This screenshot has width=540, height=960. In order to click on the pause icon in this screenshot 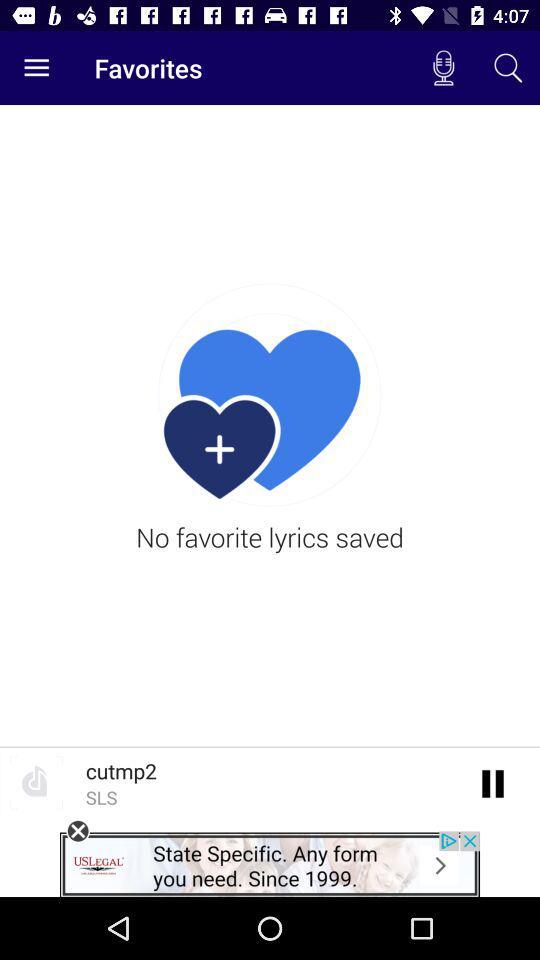, I will do `click(492, 782)`.